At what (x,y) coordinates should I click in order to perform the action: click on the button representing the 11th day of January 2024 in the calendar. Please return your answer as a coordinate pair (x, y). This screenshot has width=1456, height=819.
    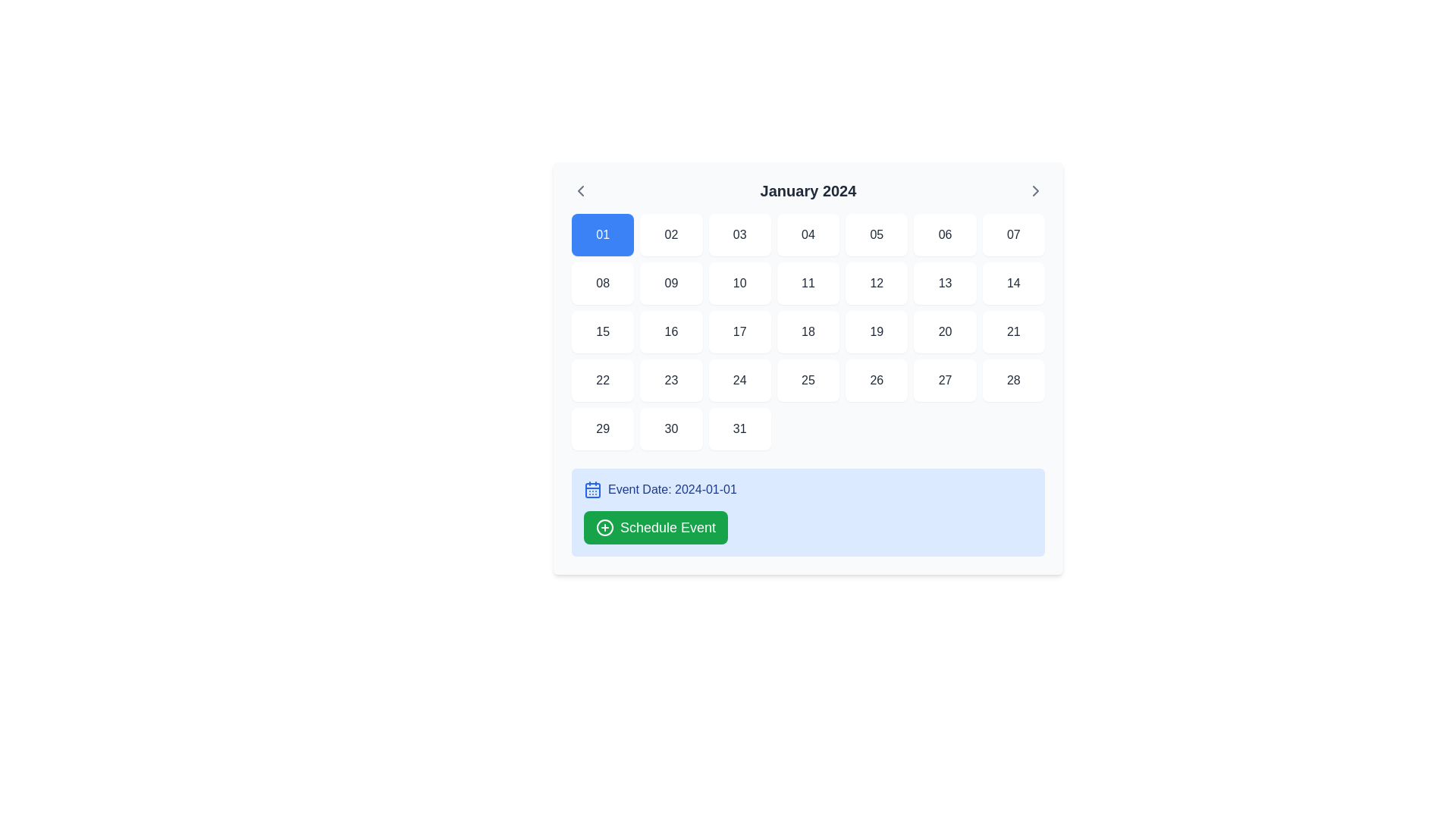
    Looking at the image, I should click on (807, 284).